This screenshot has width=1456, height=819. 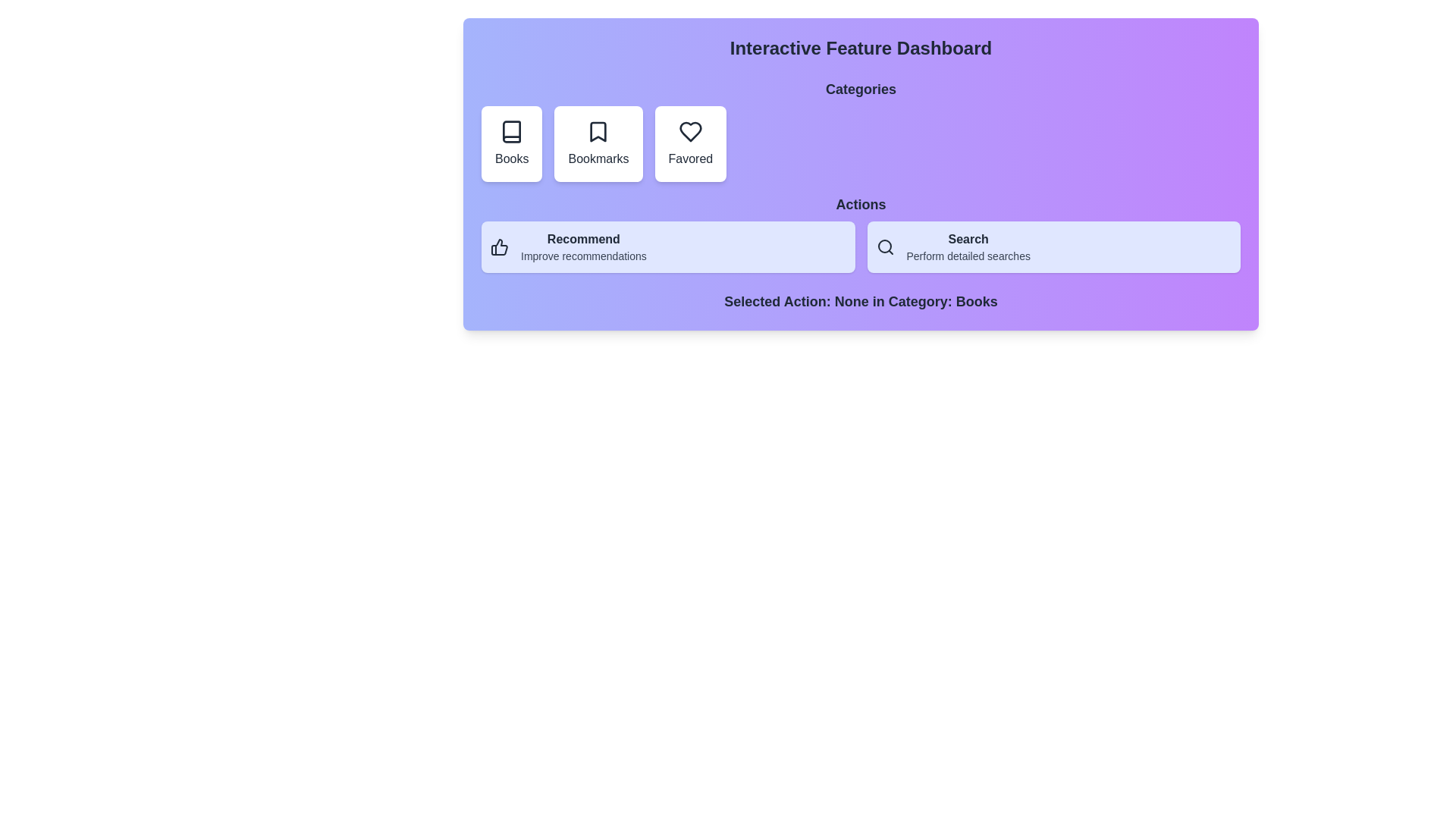 What do you see at coordinates (582, 256) in the screenshot?
I see `the Text Label that provides clarification for the 'Recommend' action, located beneath the 'Recommend' label in the 'Actions' section` at bounding box center [582, 256].